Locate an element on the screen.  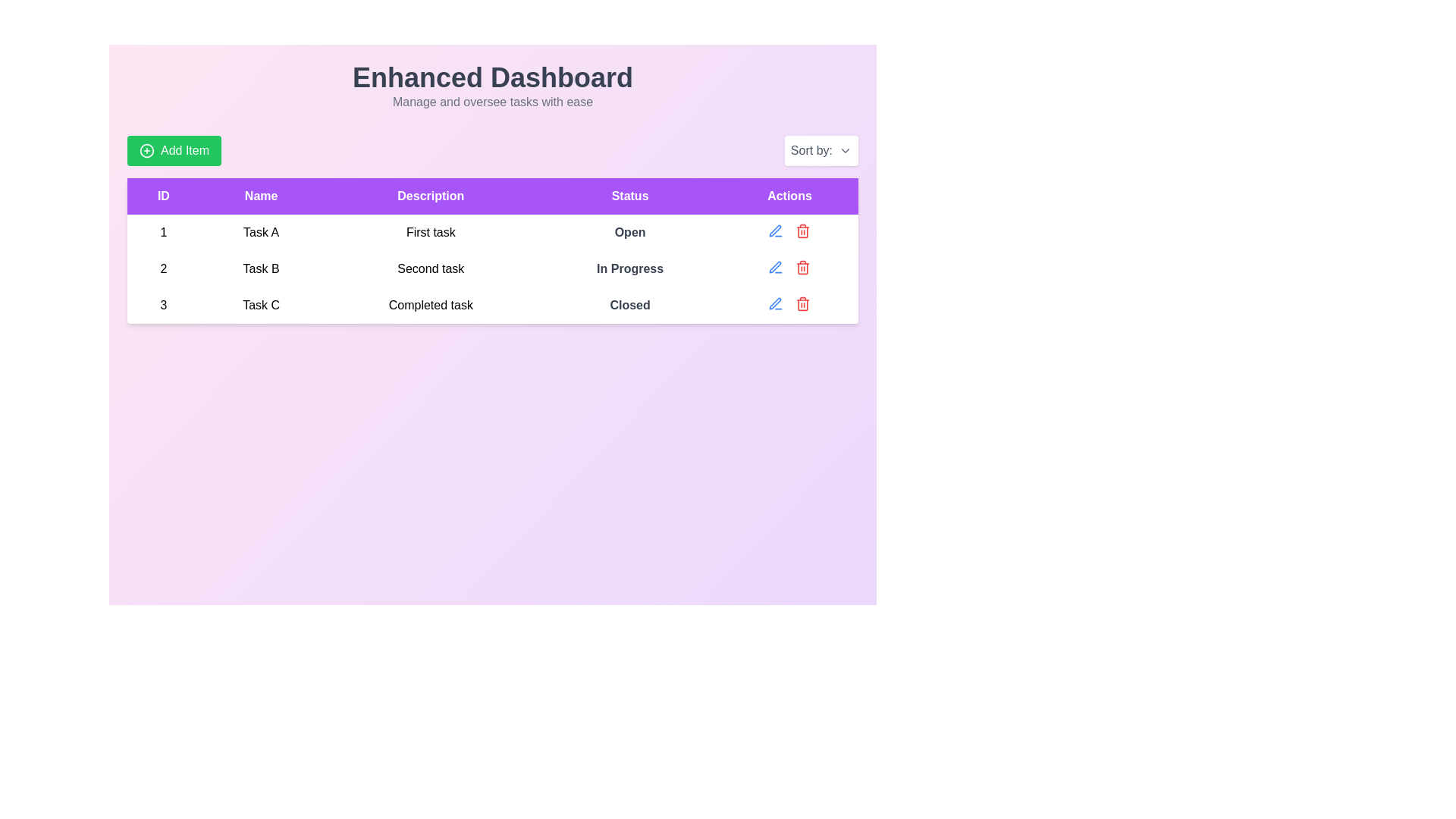
the icon in the last column of the first row under the 'Actions' header is located at coordinates (789, 231).